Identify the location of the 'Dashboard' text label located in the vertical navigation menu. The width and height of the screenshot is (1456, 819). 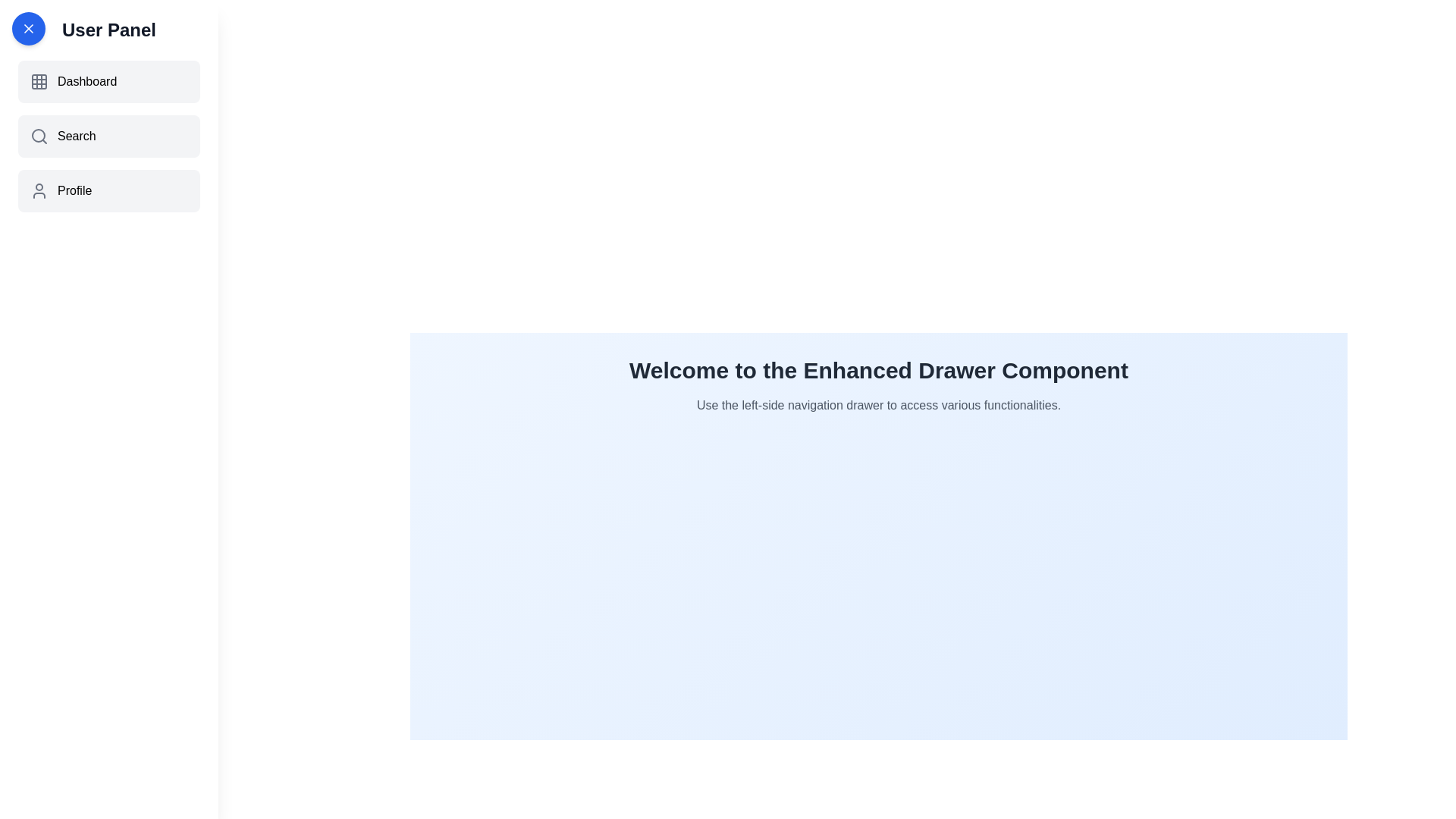
(86, 82).